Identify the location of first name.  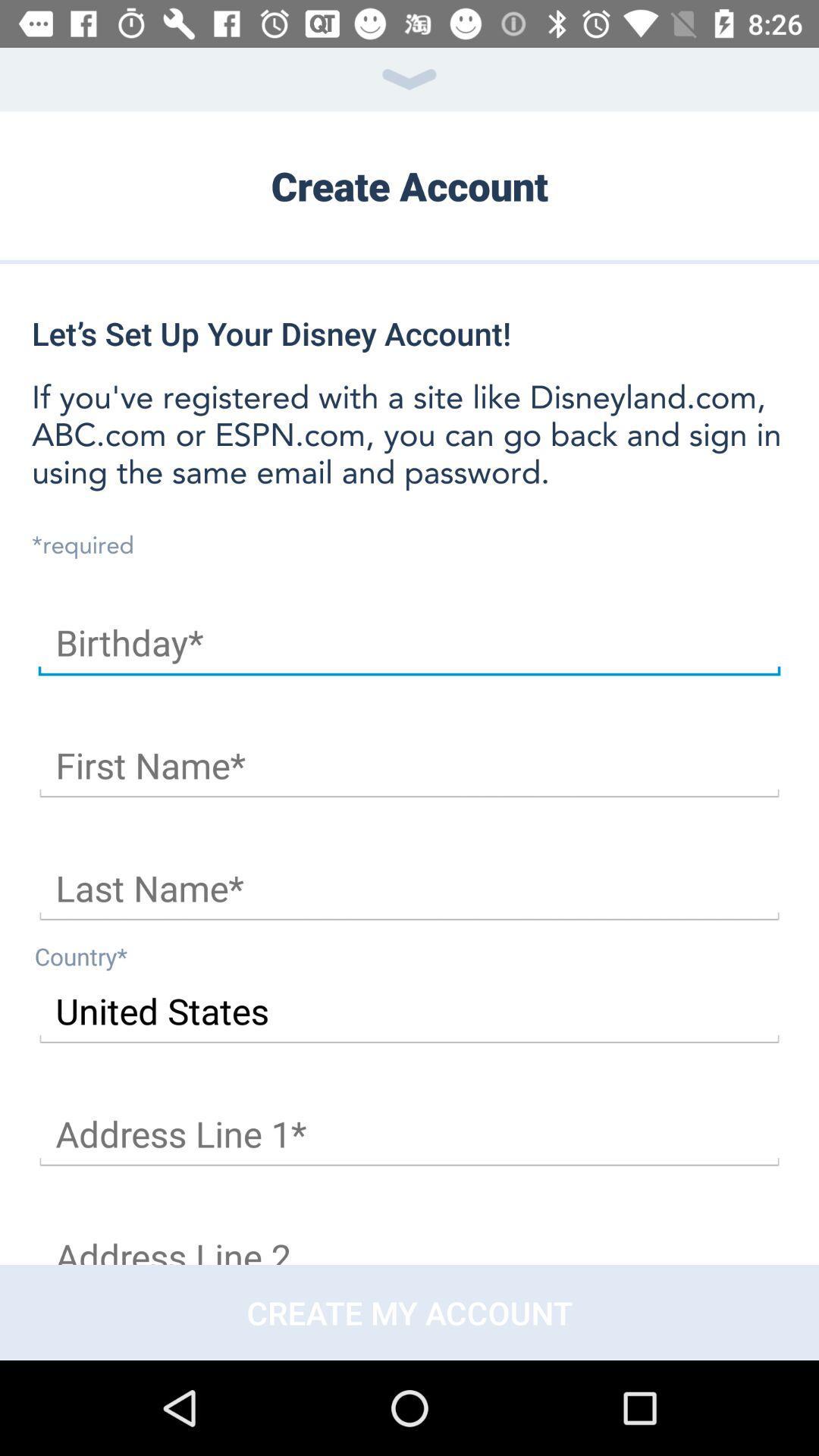
(409, 766).